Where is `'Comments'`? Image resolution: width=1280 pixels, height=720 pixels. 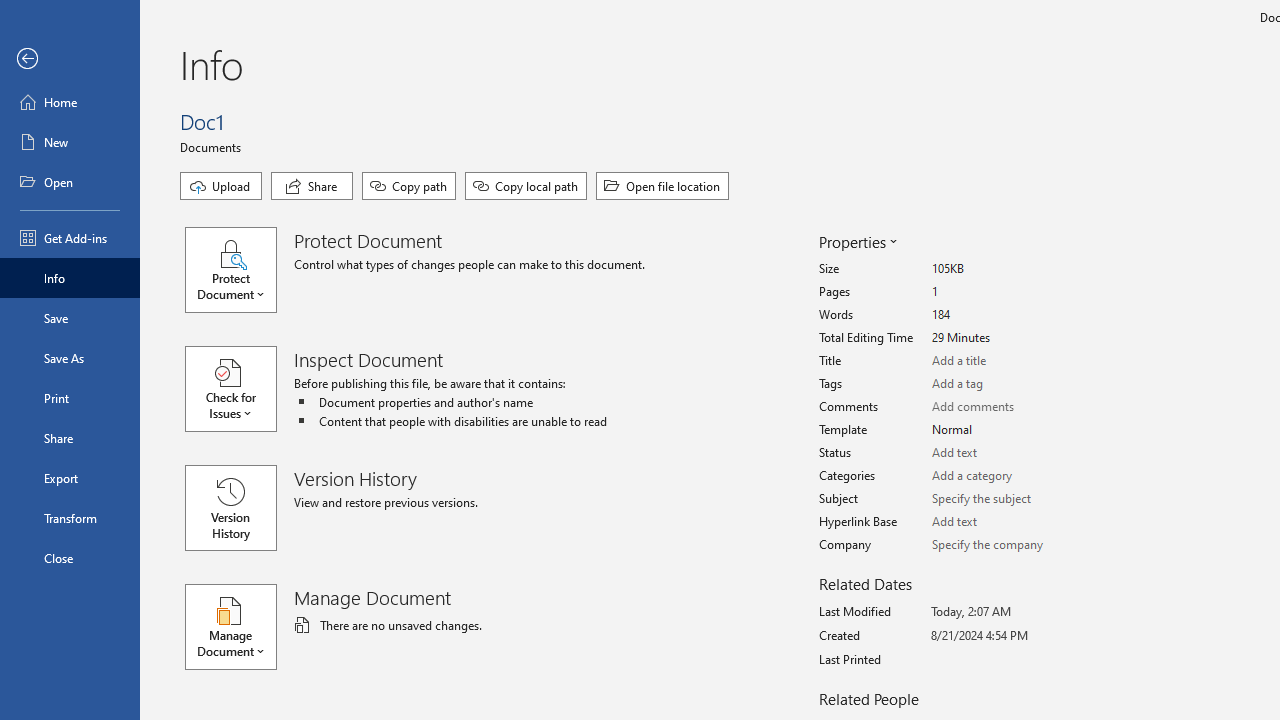 'Comments' is located at coordinates (1006, 406).